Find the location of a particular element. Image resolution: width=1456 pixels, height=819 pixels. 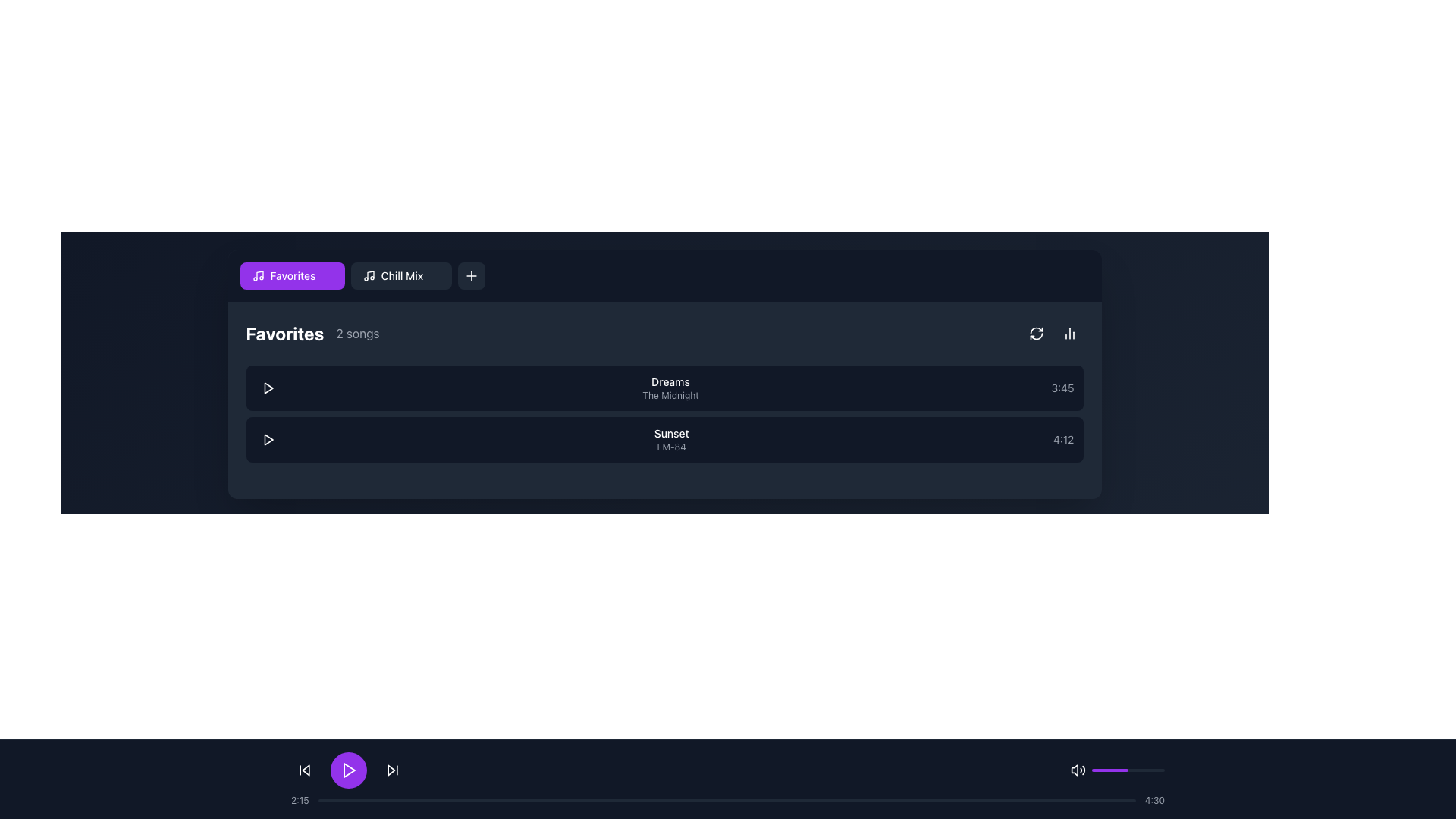

the button with a purple background, a white musical note icon, and the text 'Favorites' is located at coordinates (292, 275).